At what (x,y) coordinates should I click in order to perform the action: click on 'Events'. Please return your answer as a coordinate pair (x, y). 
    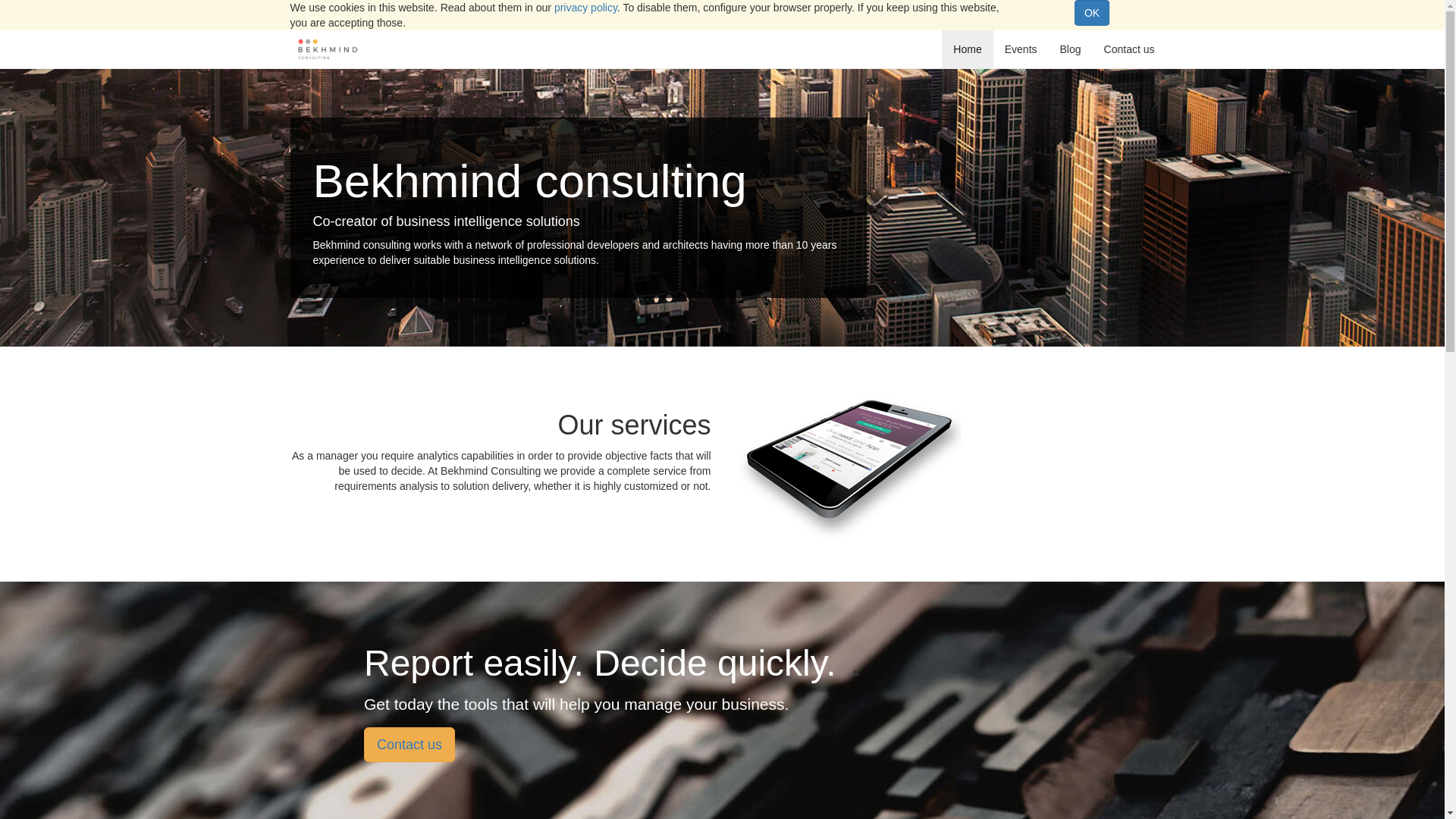
    Looking at the image, I should click on (1021, 49).